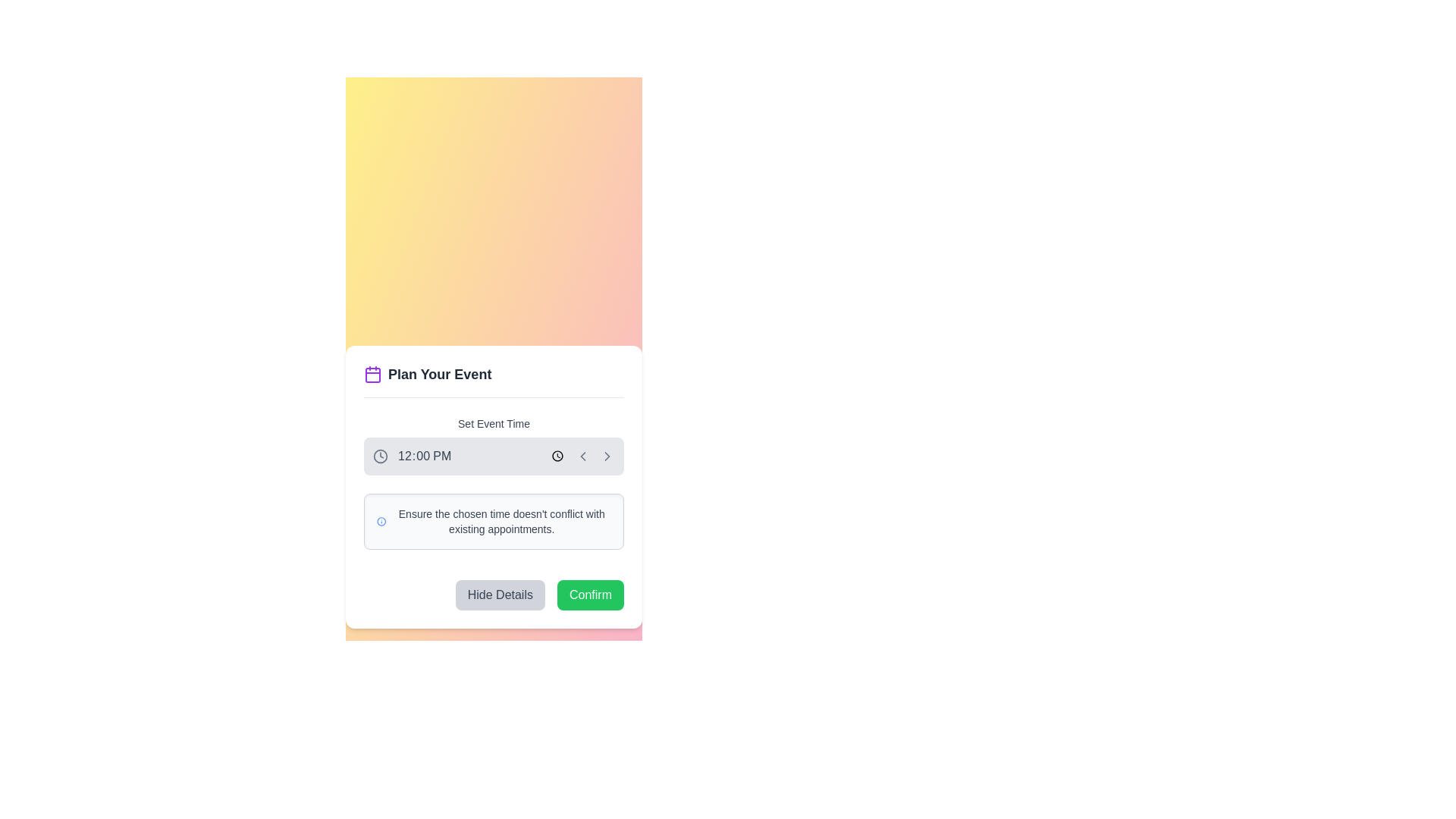 The width and height of the screenshot is (1456, 819). What do you see at coordinates (607, 455) in the screenshot?
I see `the chevron button located to the right of the time input field labeled '12:00 PM'` at bounding box center [607, 455].